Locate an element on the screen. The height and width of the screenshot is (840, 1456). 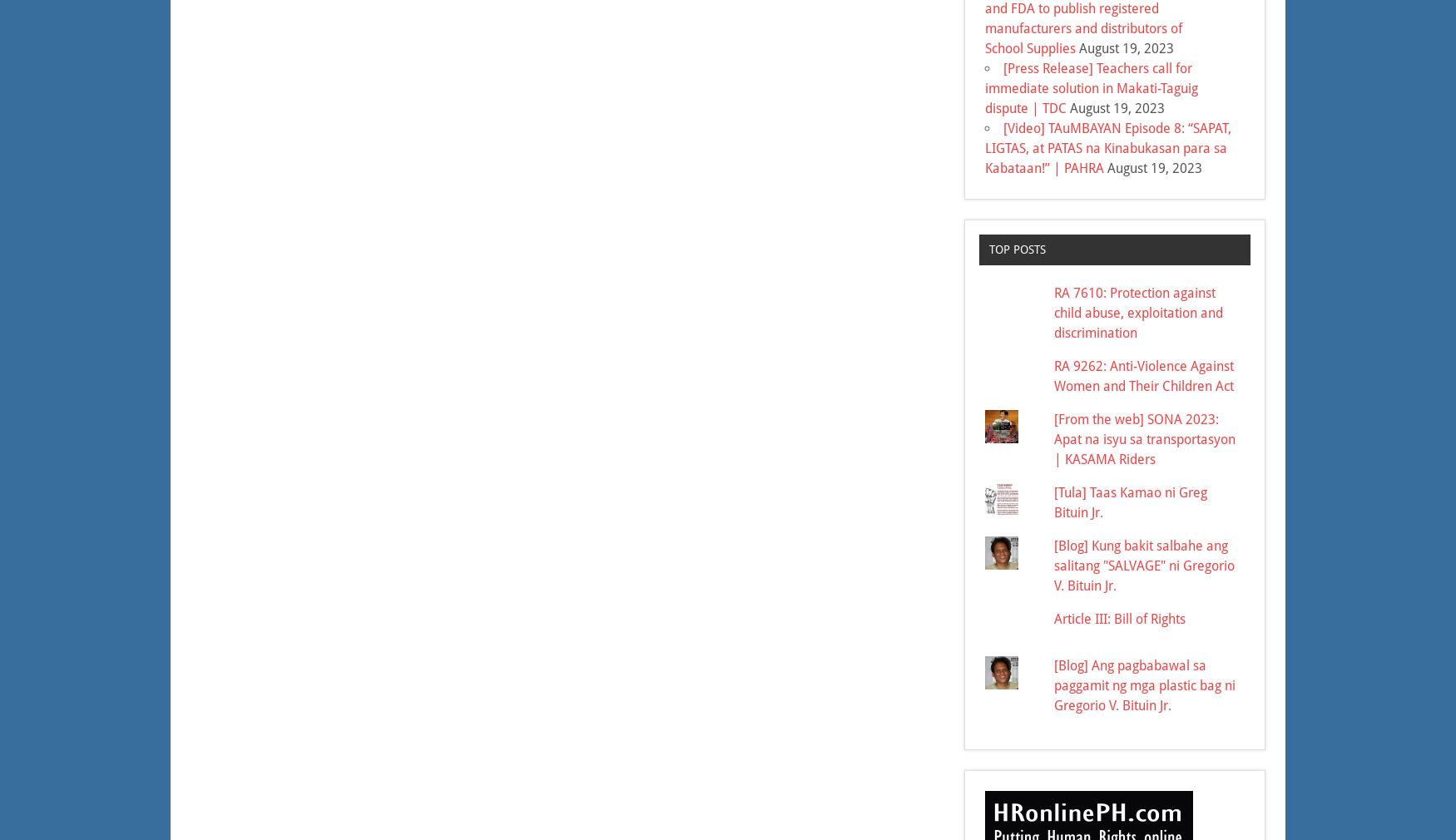
'Article III: Bill of Rights' is located at coordinates (1119, 617).